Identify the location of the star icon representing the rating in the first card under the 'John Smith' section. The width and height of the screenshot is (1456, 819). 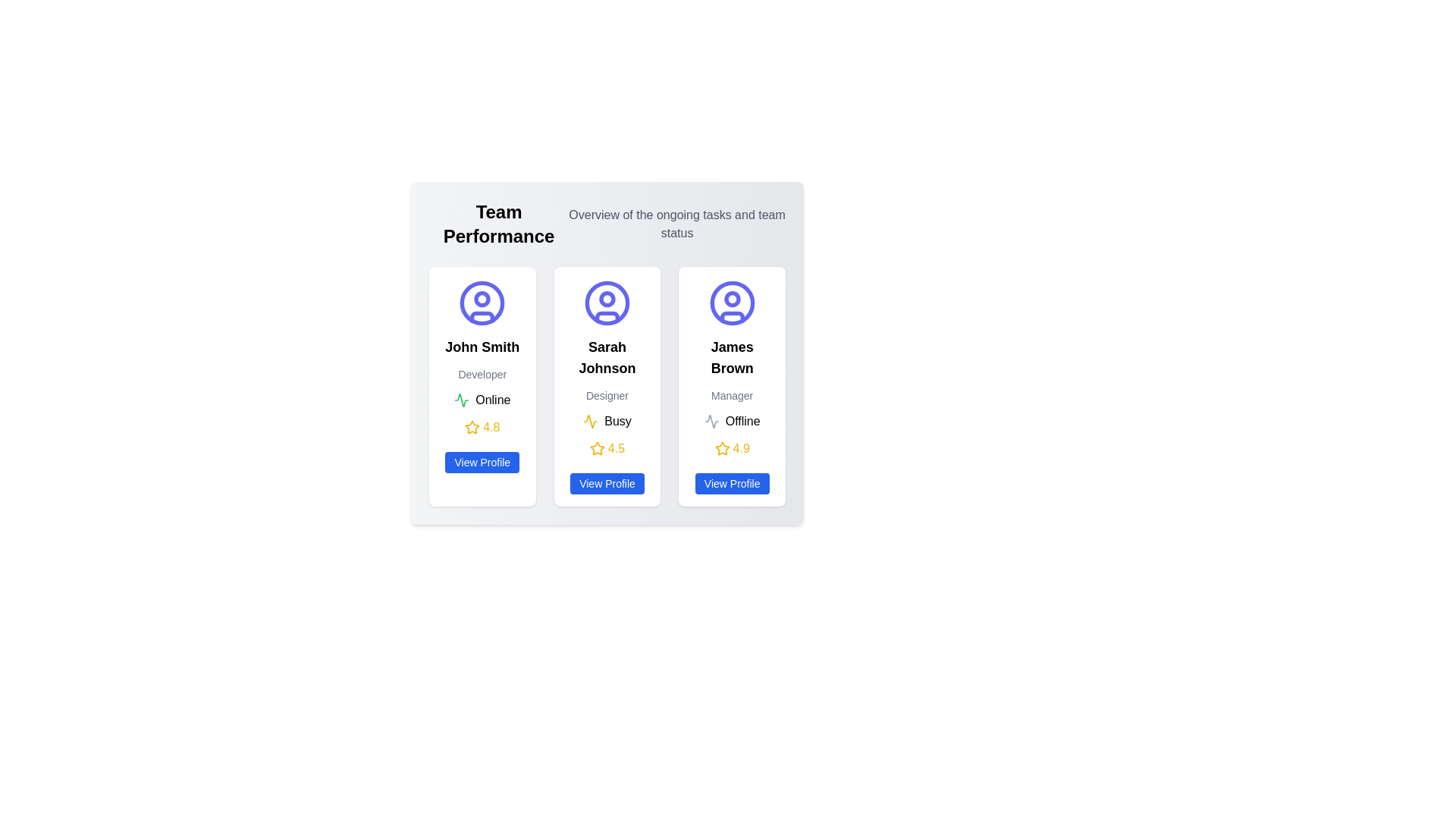
(472, 427).